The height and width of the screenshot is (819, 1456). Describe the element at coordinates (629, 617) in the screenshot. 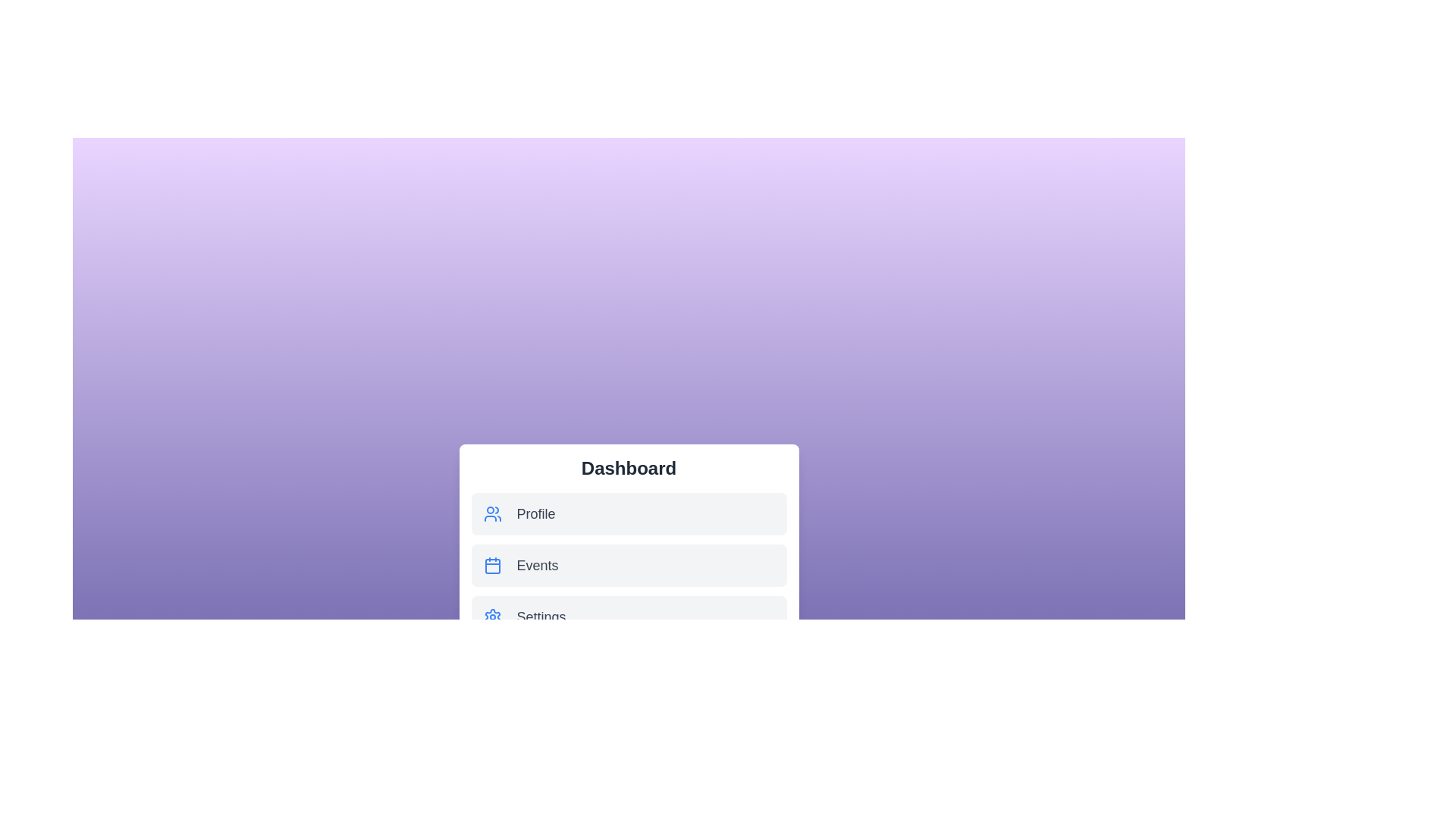

I see `keyboard navigation` at that location.